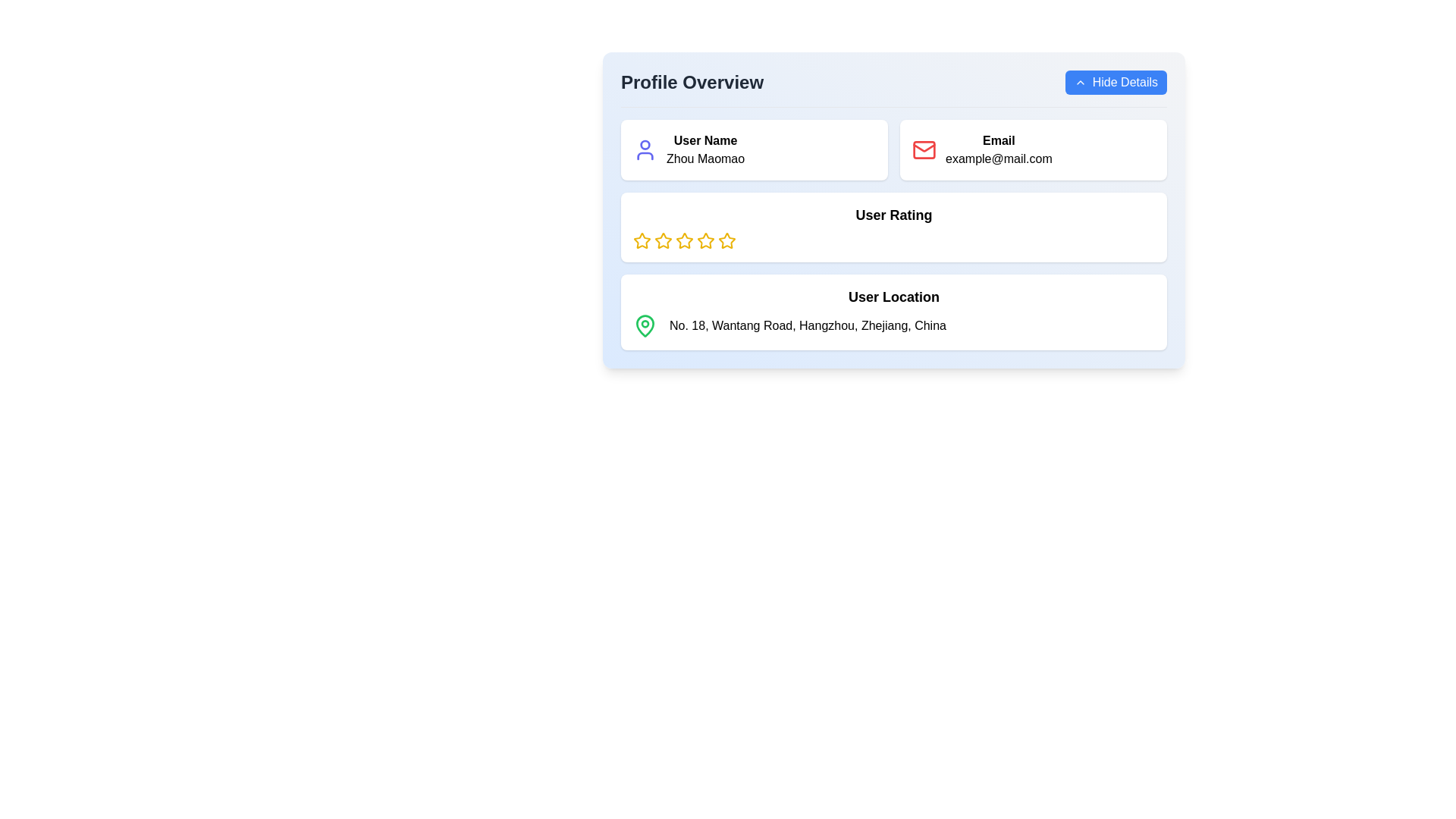 The height and width of the screenshot is (819, 1456). Describe the element at coordinates (1079, 82) in the screenshot. I see `the small upward-pointing chevron icon, which is located on the left side of the 'Hide Details' button in the top-right corner of the section, to trigger potential visual feedback` at that location.